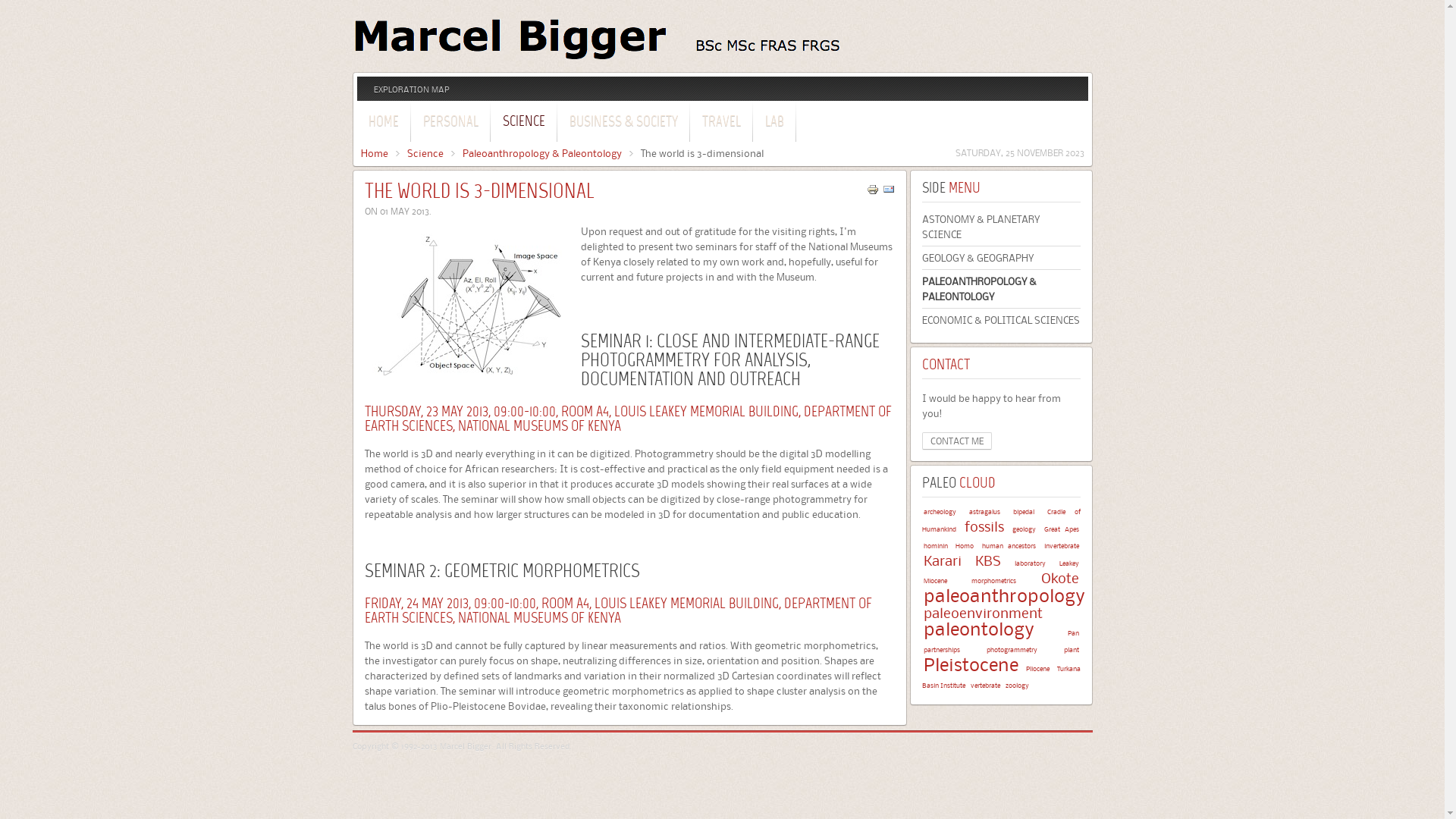 Image resolution: width=1456 pixels, height=819 pixels. Describe the element at coordinates (979, 629) in the screenshot. I see `'paleontology'` at that location.